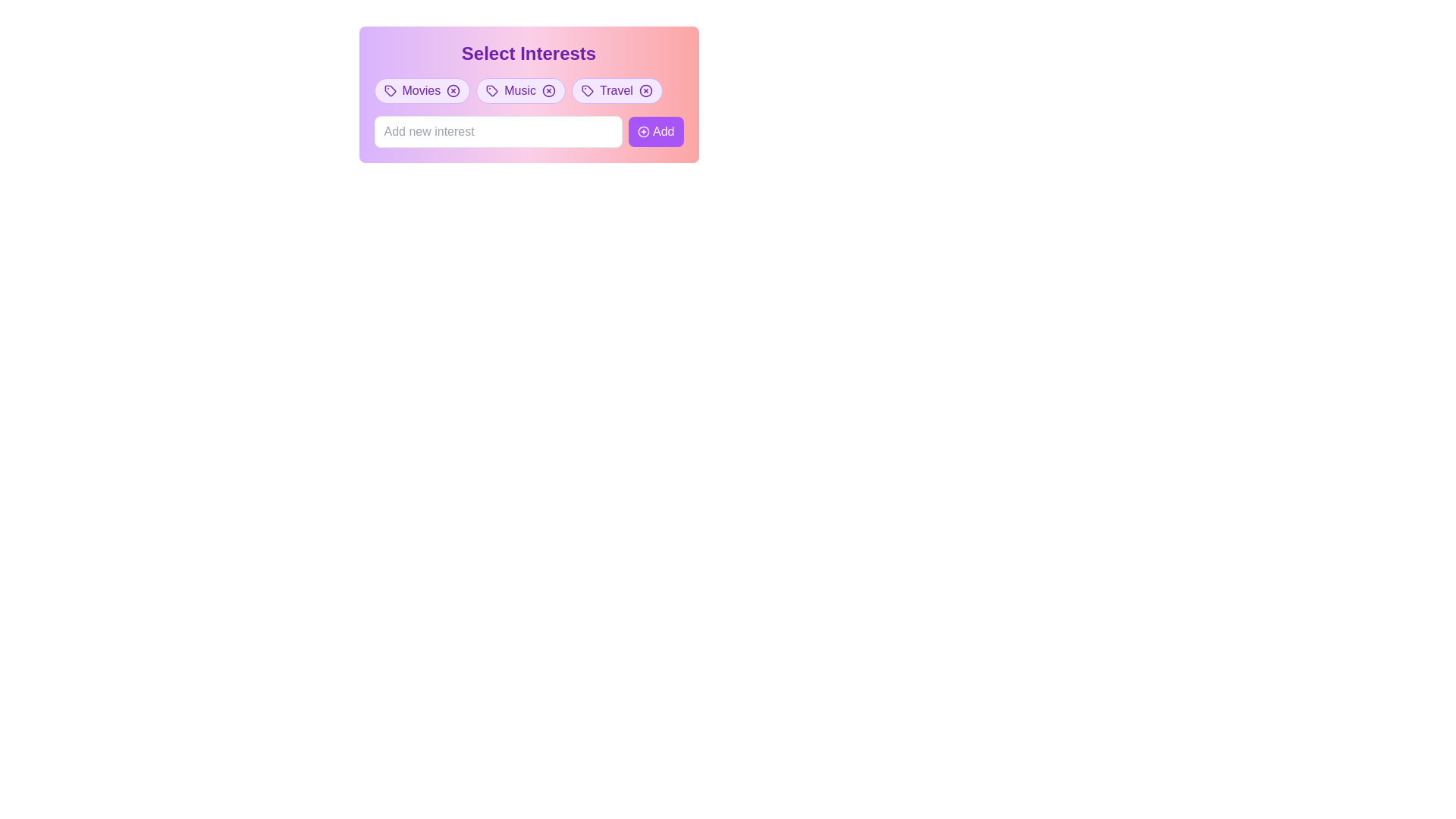 This screenshot has width=1456, height=819. What do you see at coordinates (422, 90) in the screenshot?
I see `the close (X) icon of the 'Movies' tag, which is a rounded rectangular tag with a purple border and background, located in the top-left corner of the interface under the heading 'Select Interests'` at bounding box center [422, 90].